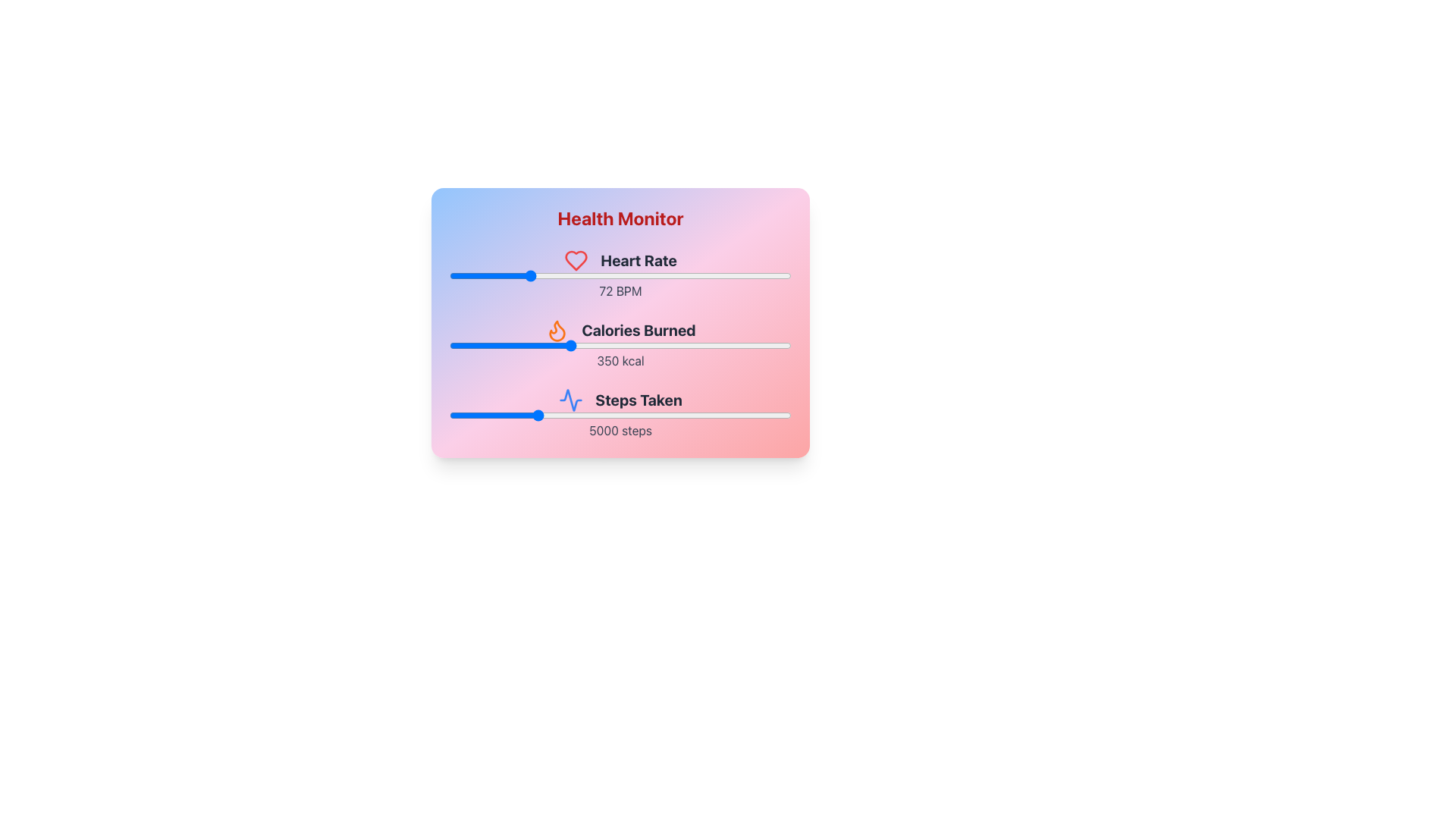 The image size is (1456, 819). Describe the element at coordinates (620, 360) in the screenshot. I see `the 'Calories Burned' text label that displays the numerical value and unit of calories burned, located below the progress bar and flame icon` at that location.